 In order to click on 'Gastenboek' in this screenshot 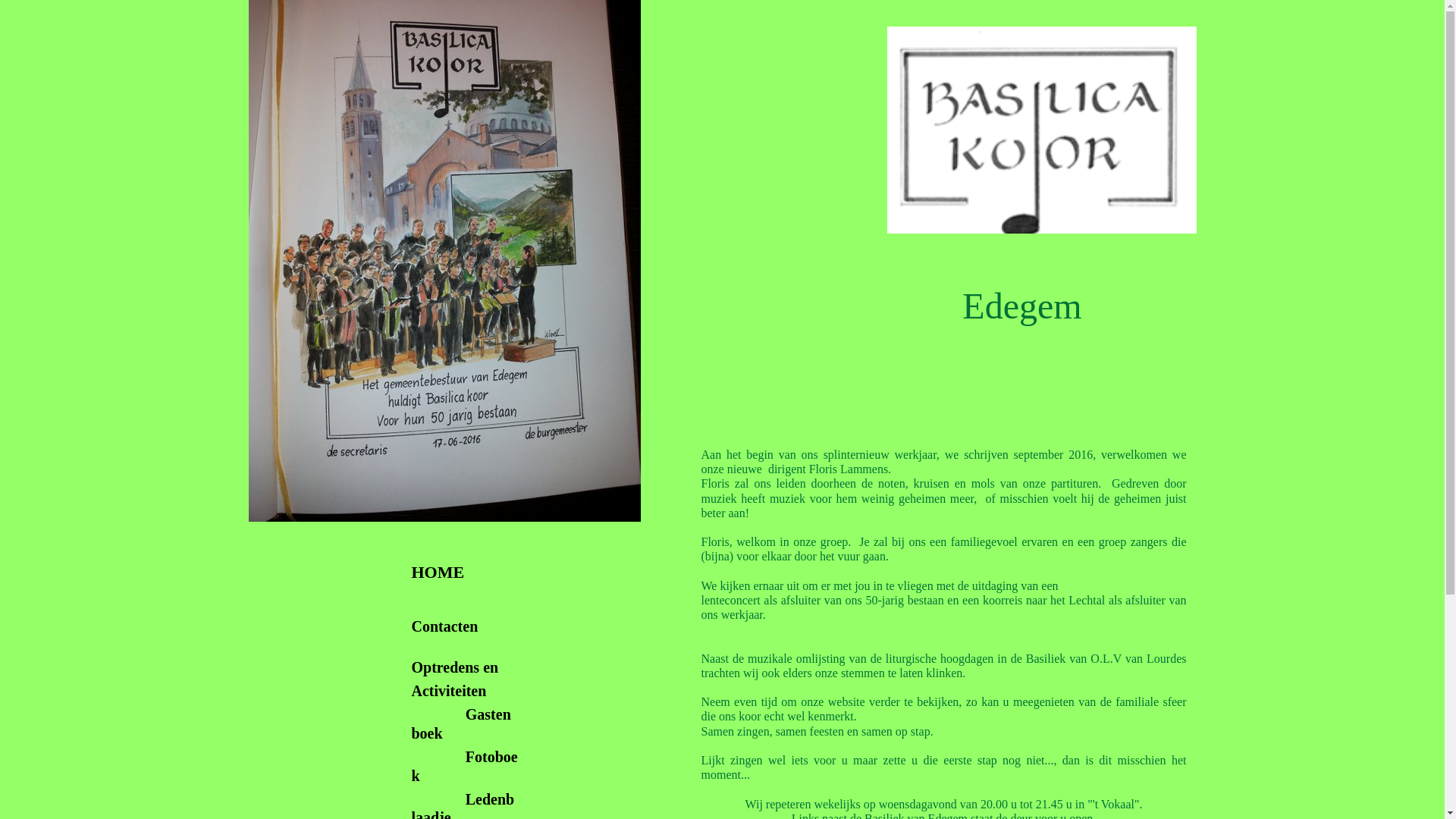, I will do `click(411, 725)`.